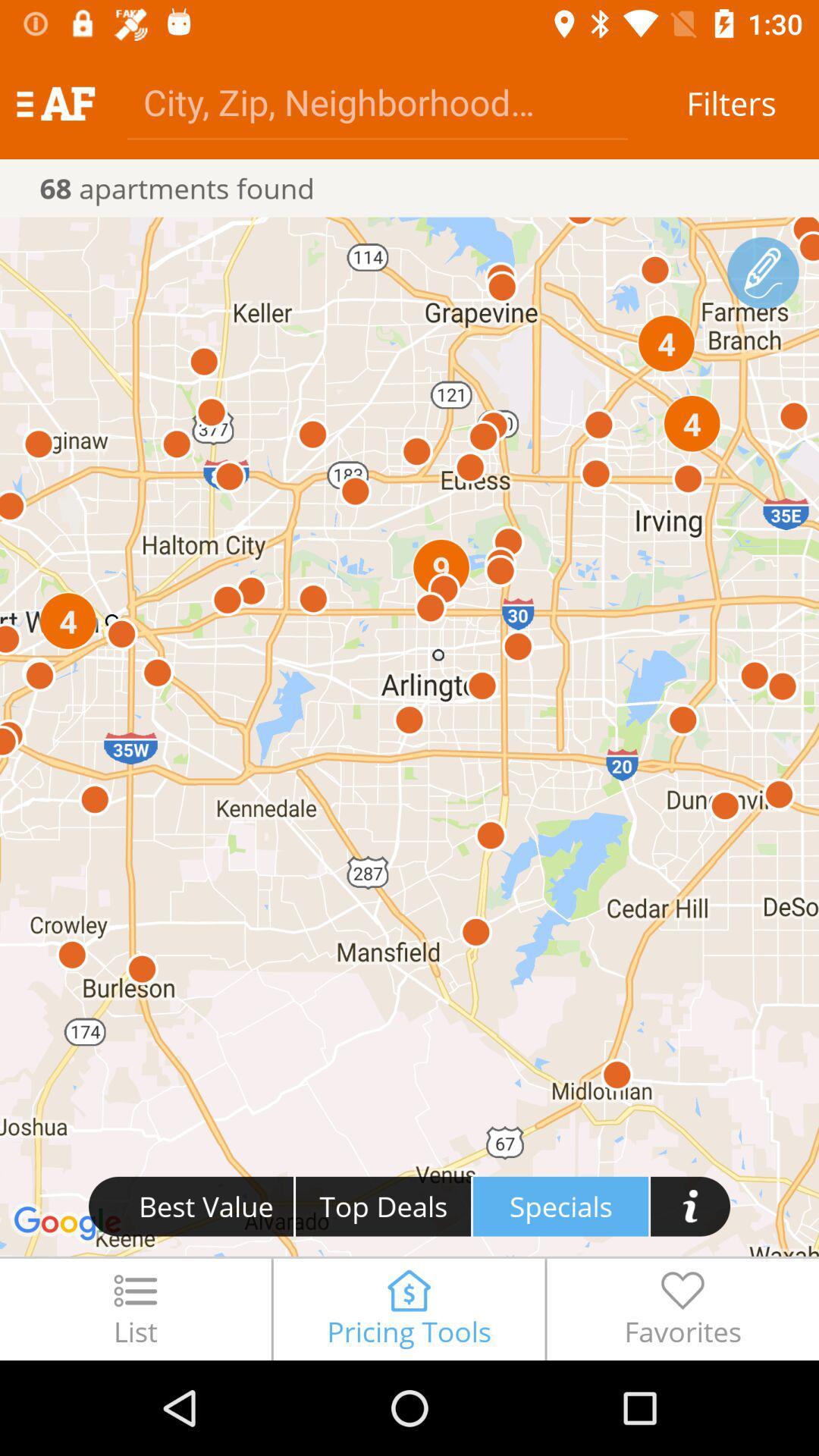 This screenshot has height=1456, width=819. I want to click on the filters, so click(730, 102).